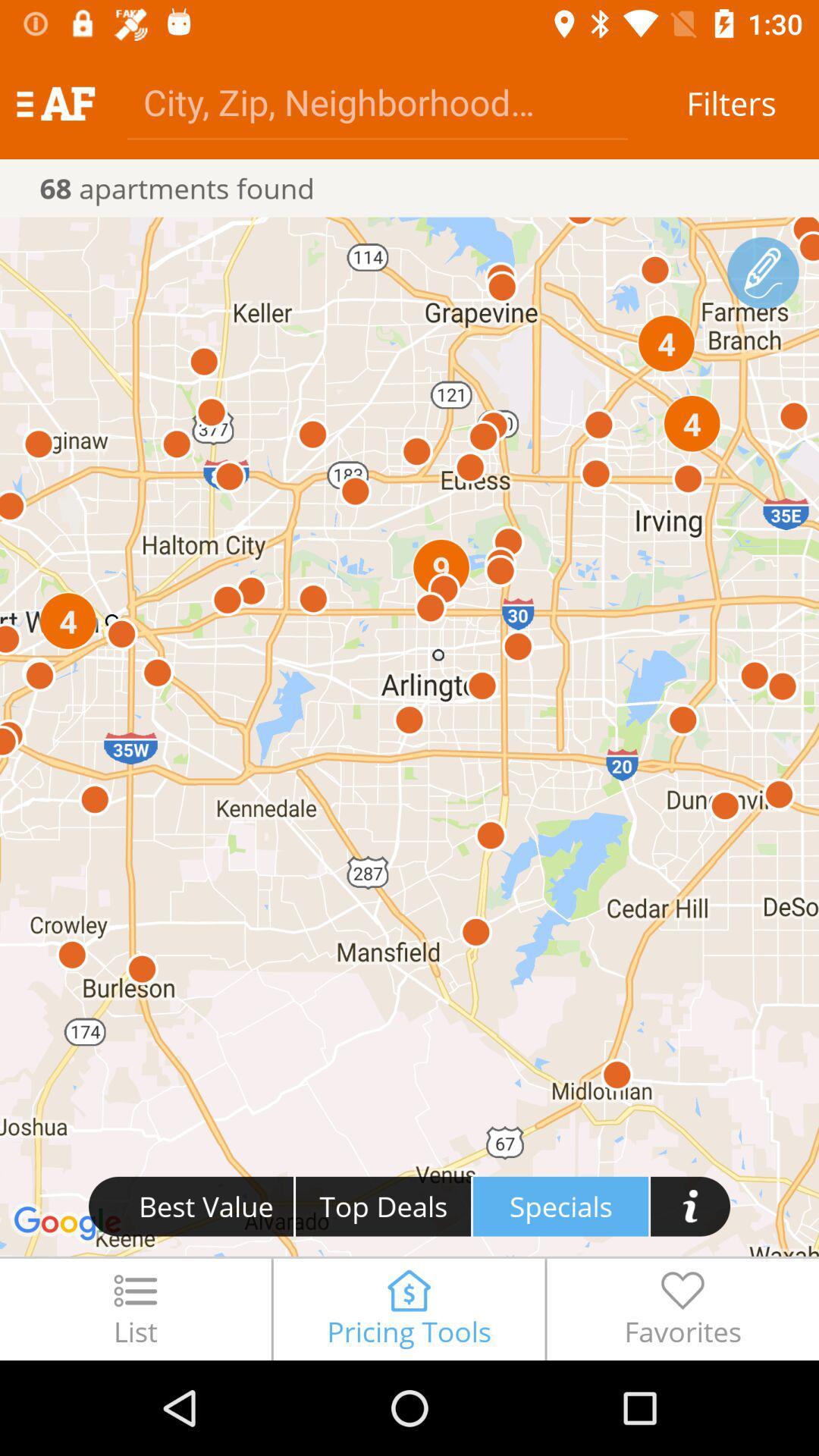 This screenshot has height=1456, width=819. I want to click on the filters, so click(730, 102).